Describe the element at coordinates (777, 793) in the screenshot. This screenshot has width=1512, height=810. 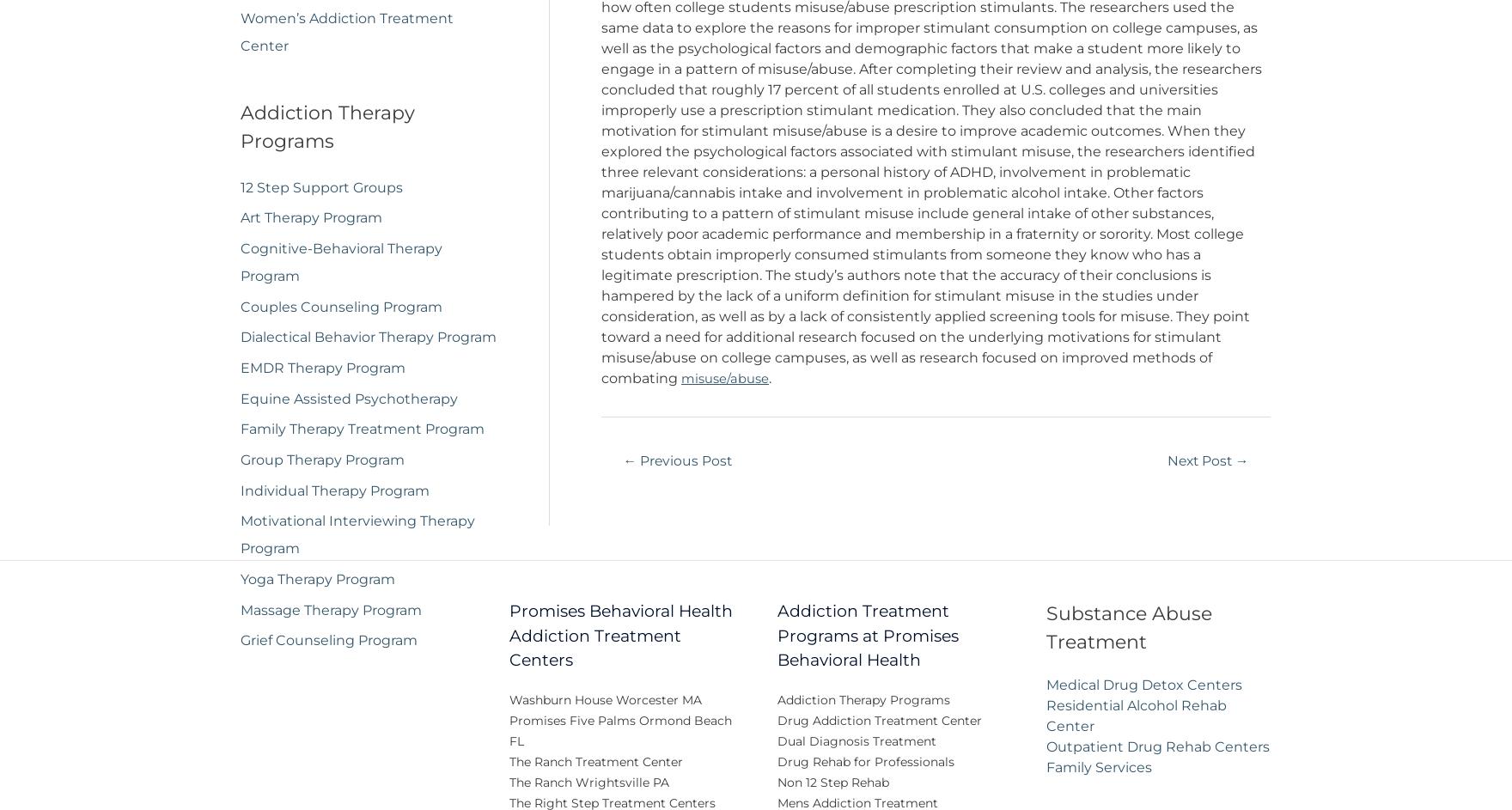
I see `'Non 12 Step Rehab'` at that location.